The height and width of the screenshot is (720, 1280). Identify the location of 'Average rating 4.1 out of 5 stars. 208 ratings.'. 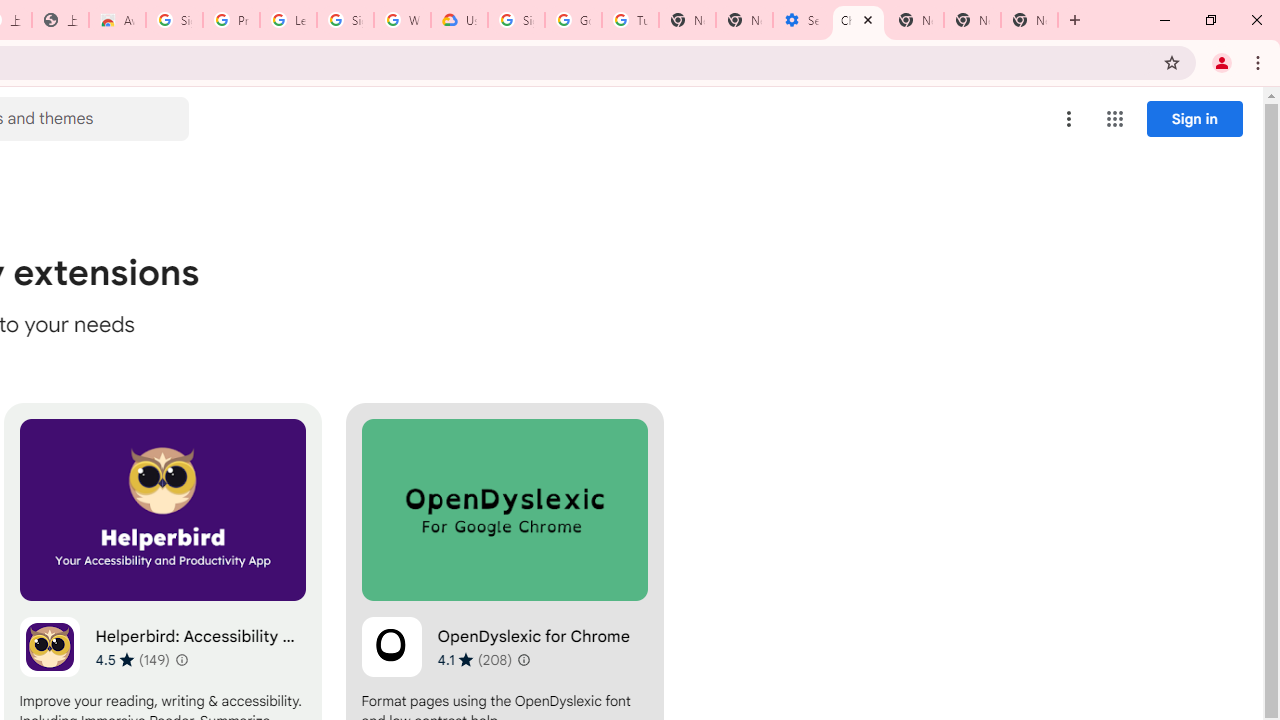
(473, 659).